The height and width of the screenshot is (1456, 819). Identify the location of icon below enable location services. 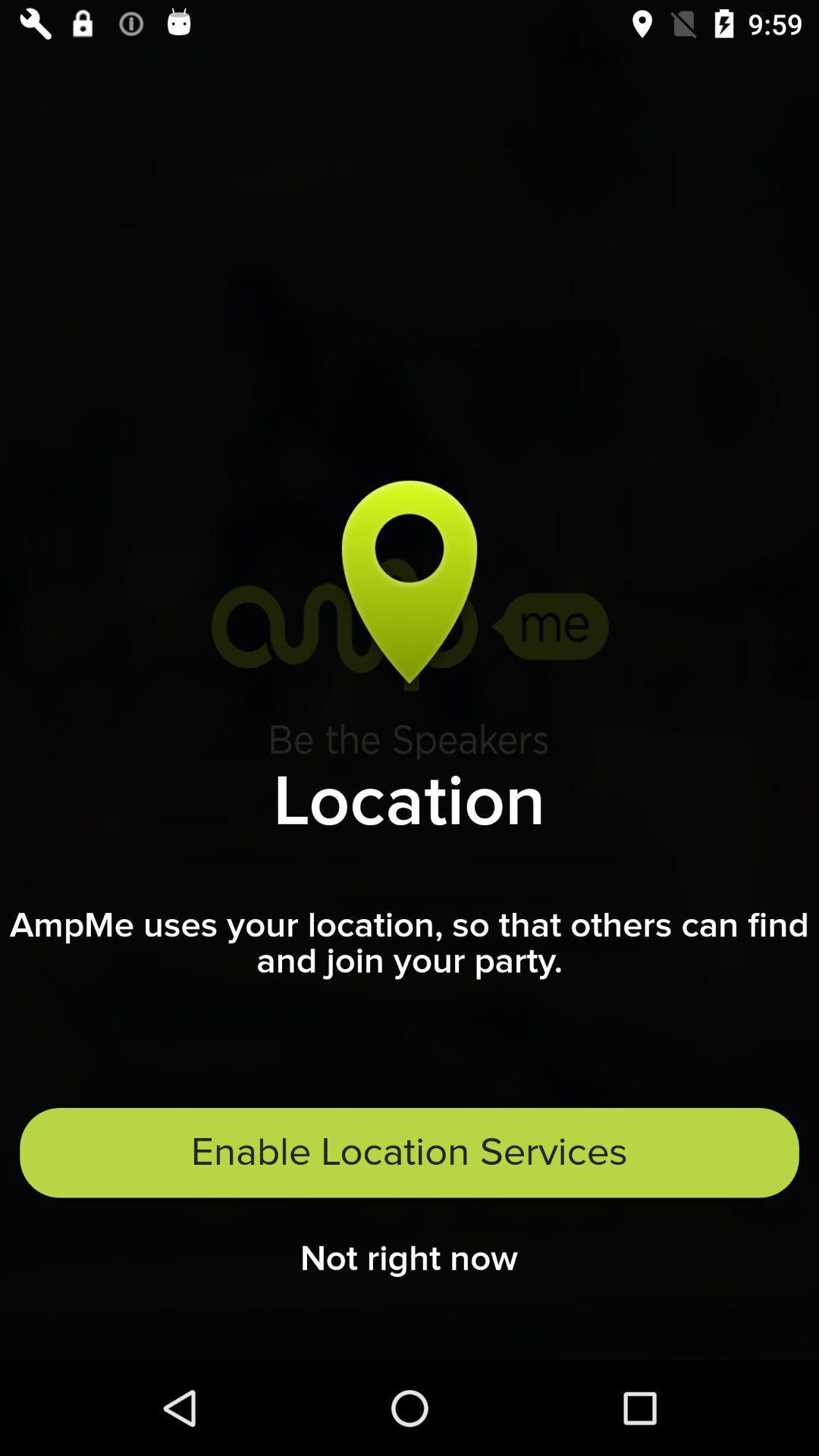
(408, 1263).